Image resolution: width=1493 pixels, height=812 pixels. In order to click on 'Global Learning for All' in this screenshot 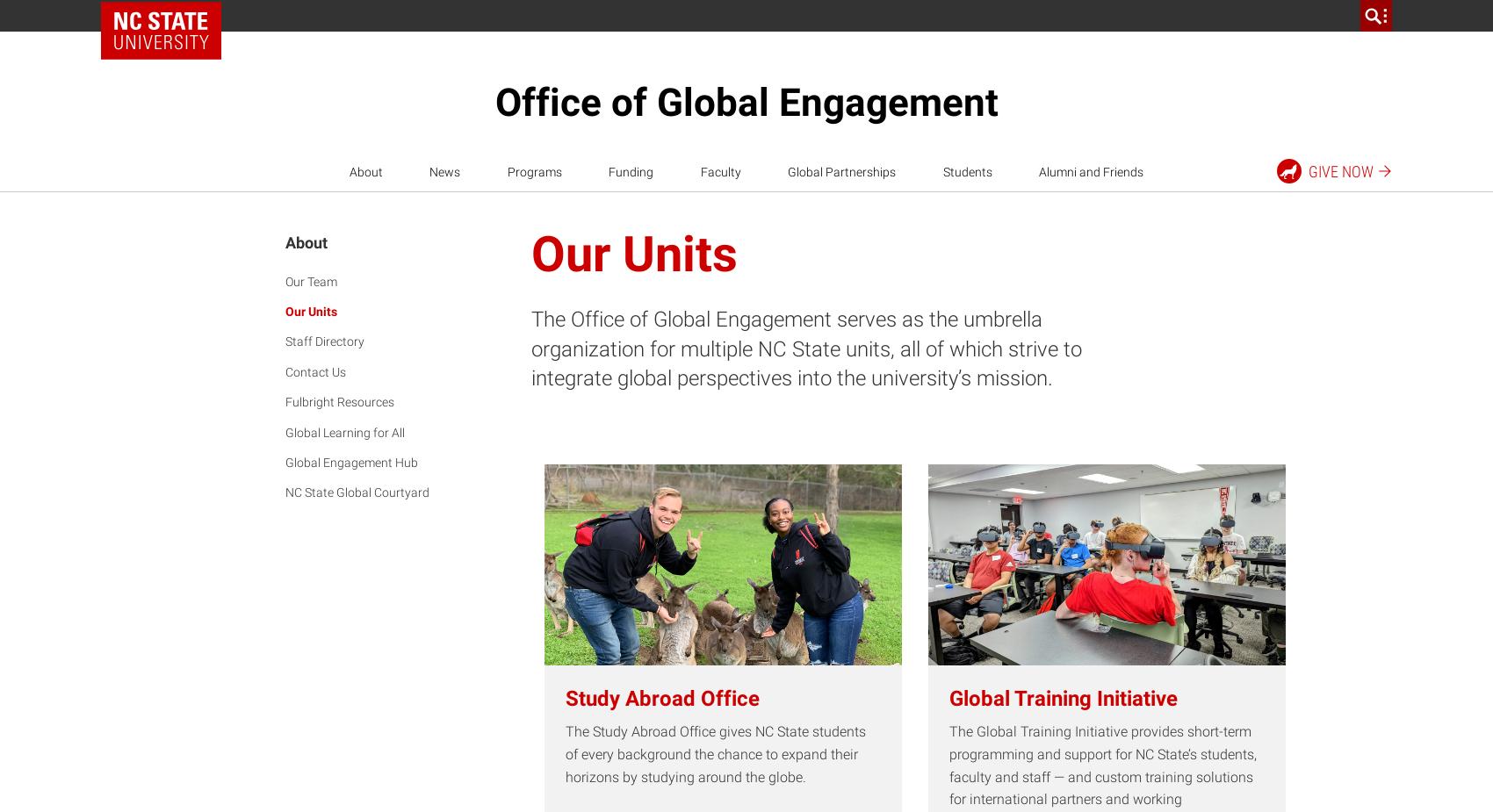, I will do `click(285, 432)`.